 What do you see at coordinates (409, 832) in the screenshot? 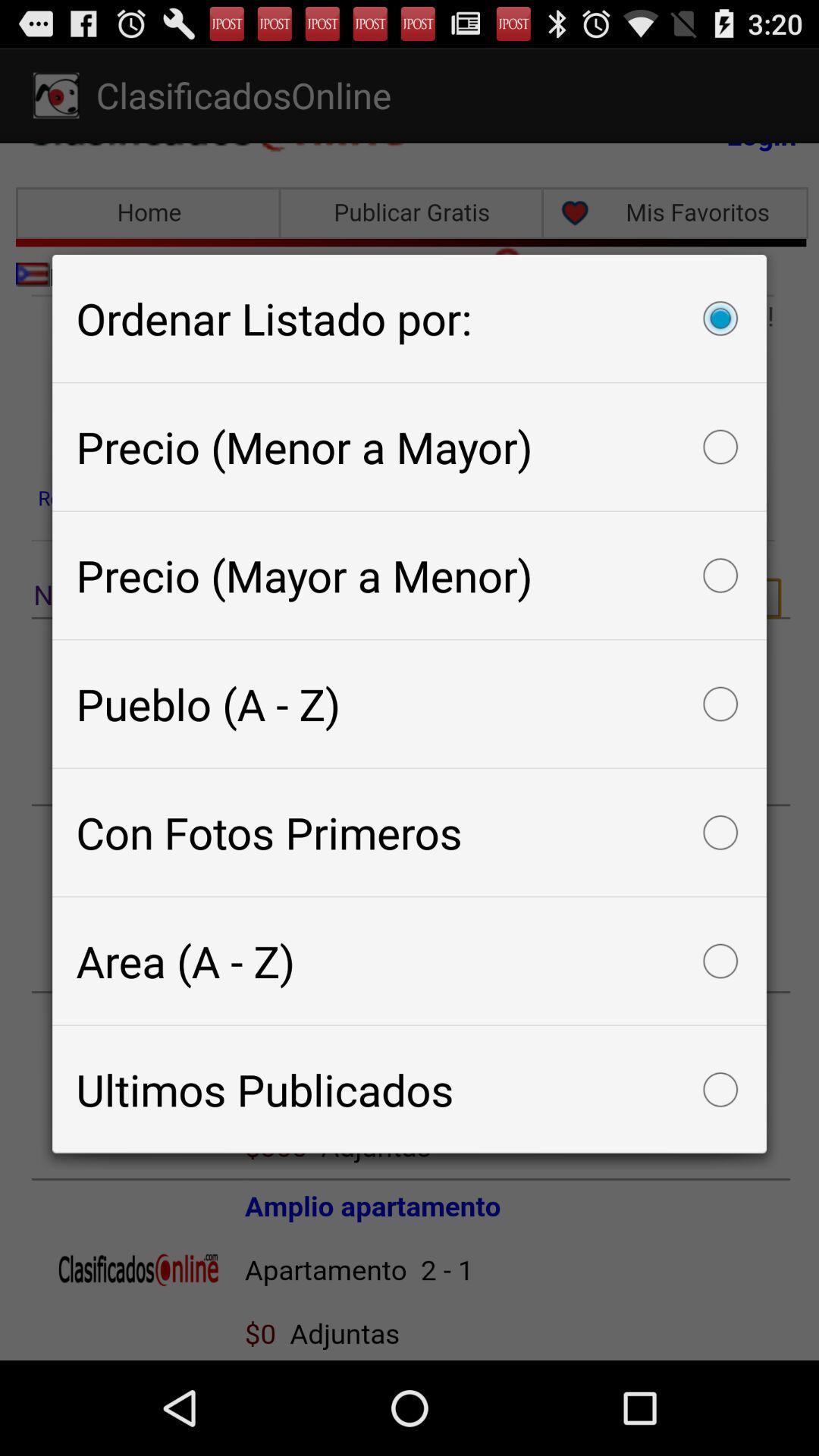
I see `the con fotos primeros item` at bounding box center [409, 832].